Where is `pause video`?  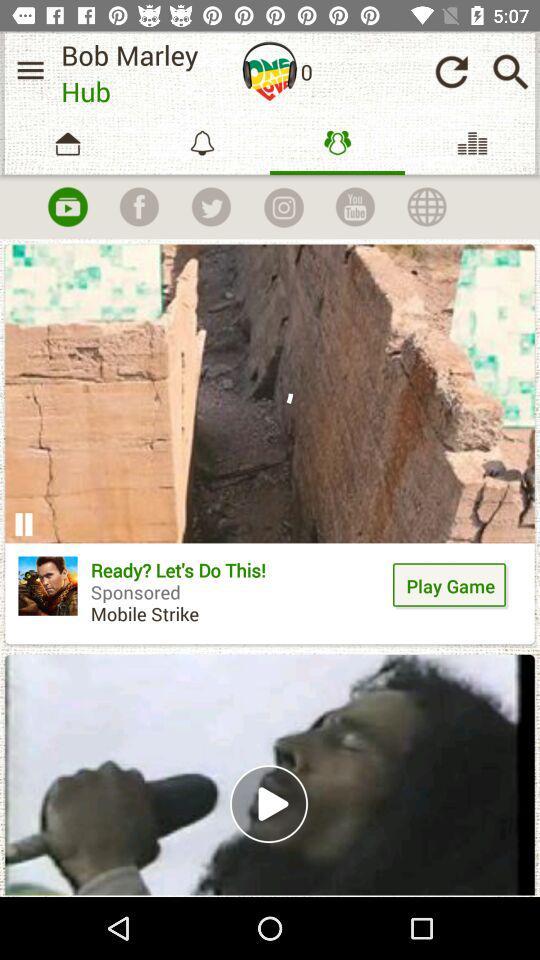
pause video is located at coordinates (22, 523).